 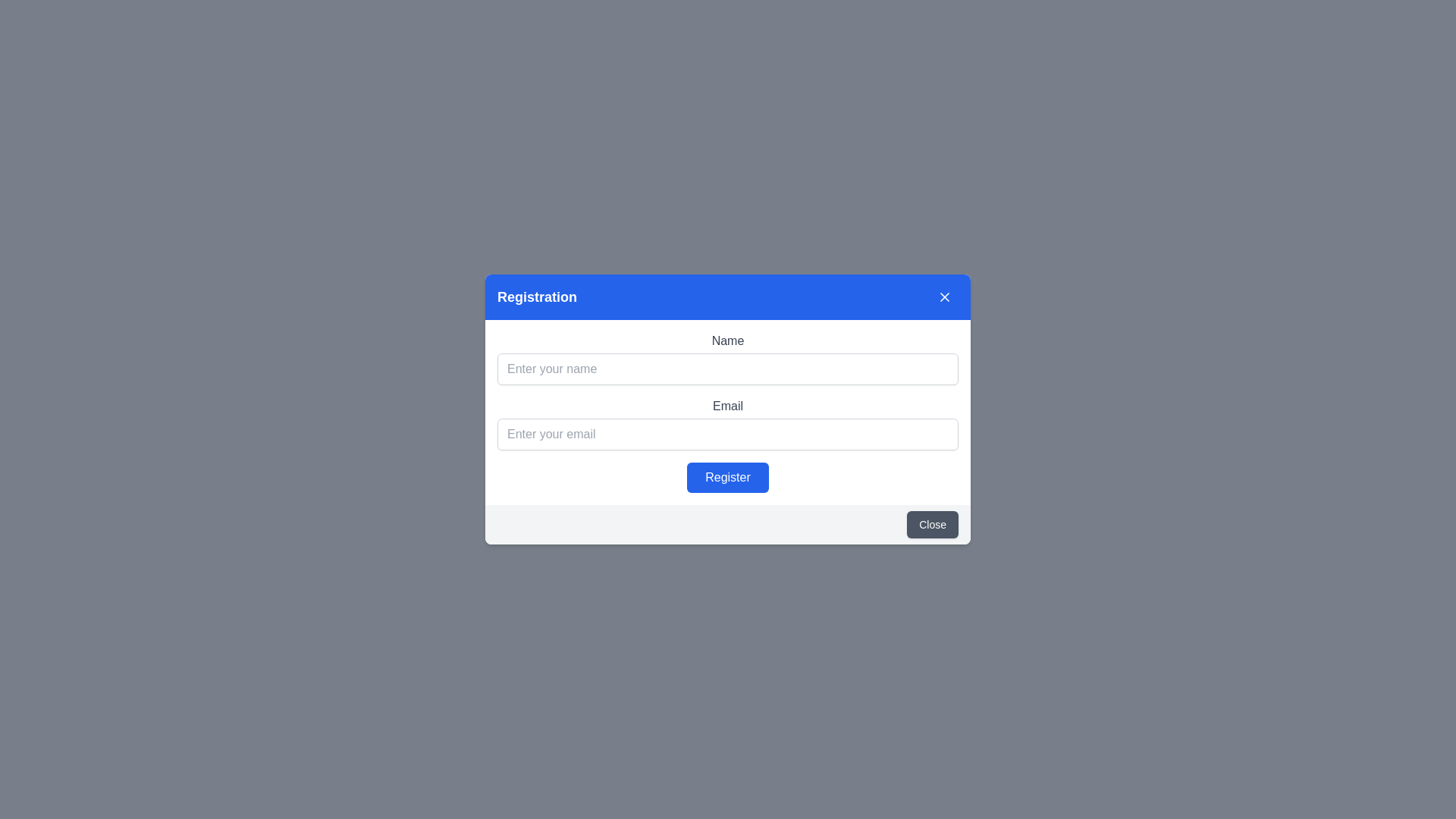 What do you see at coordinates (943, 297) in the screenshot?
I see `the small icon button with a rounded border and 'X' symbol located in the top-right corner of the dialog box` at bounding box center [943, 297].